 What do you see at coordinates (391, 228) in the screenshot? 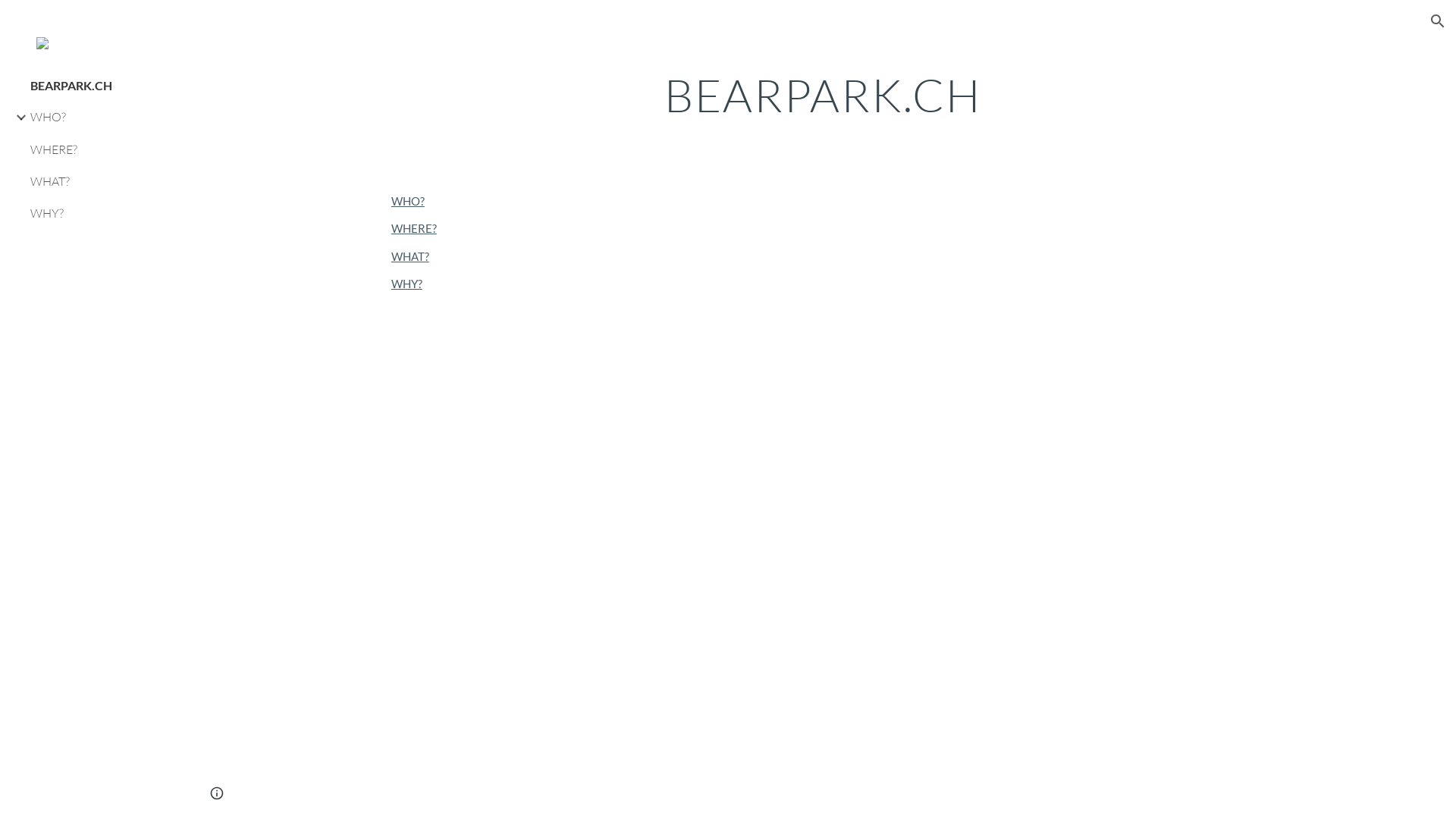
I see `'WHERE?'` at bounding box center [391, 228].